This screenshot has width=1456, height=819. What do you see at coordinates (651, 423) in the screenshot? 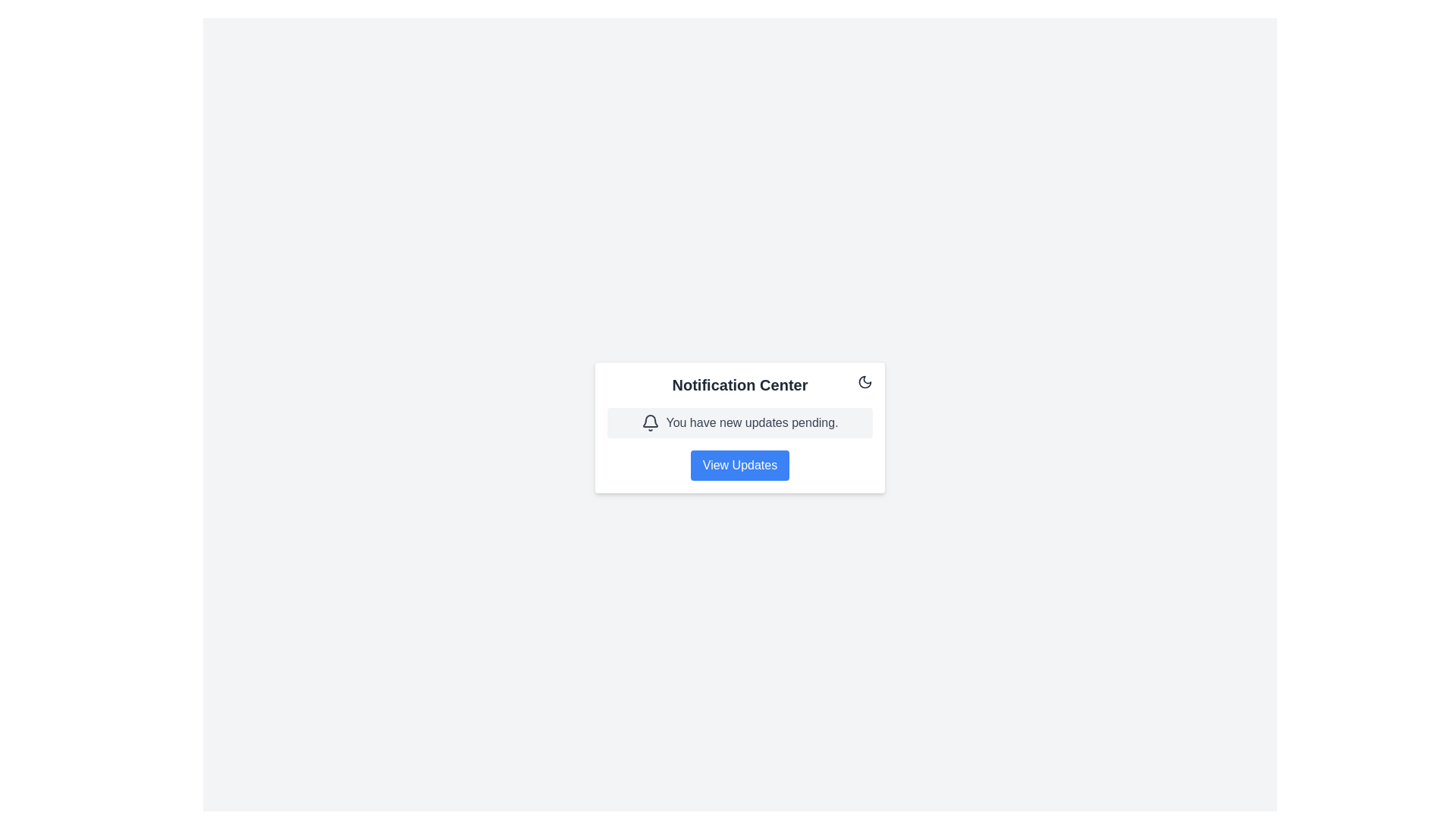
I see `the notification icon located to the left of the text 'You have new updates pending.' in the central region of the interface as a static indicator` at bounding box center [651, 423].